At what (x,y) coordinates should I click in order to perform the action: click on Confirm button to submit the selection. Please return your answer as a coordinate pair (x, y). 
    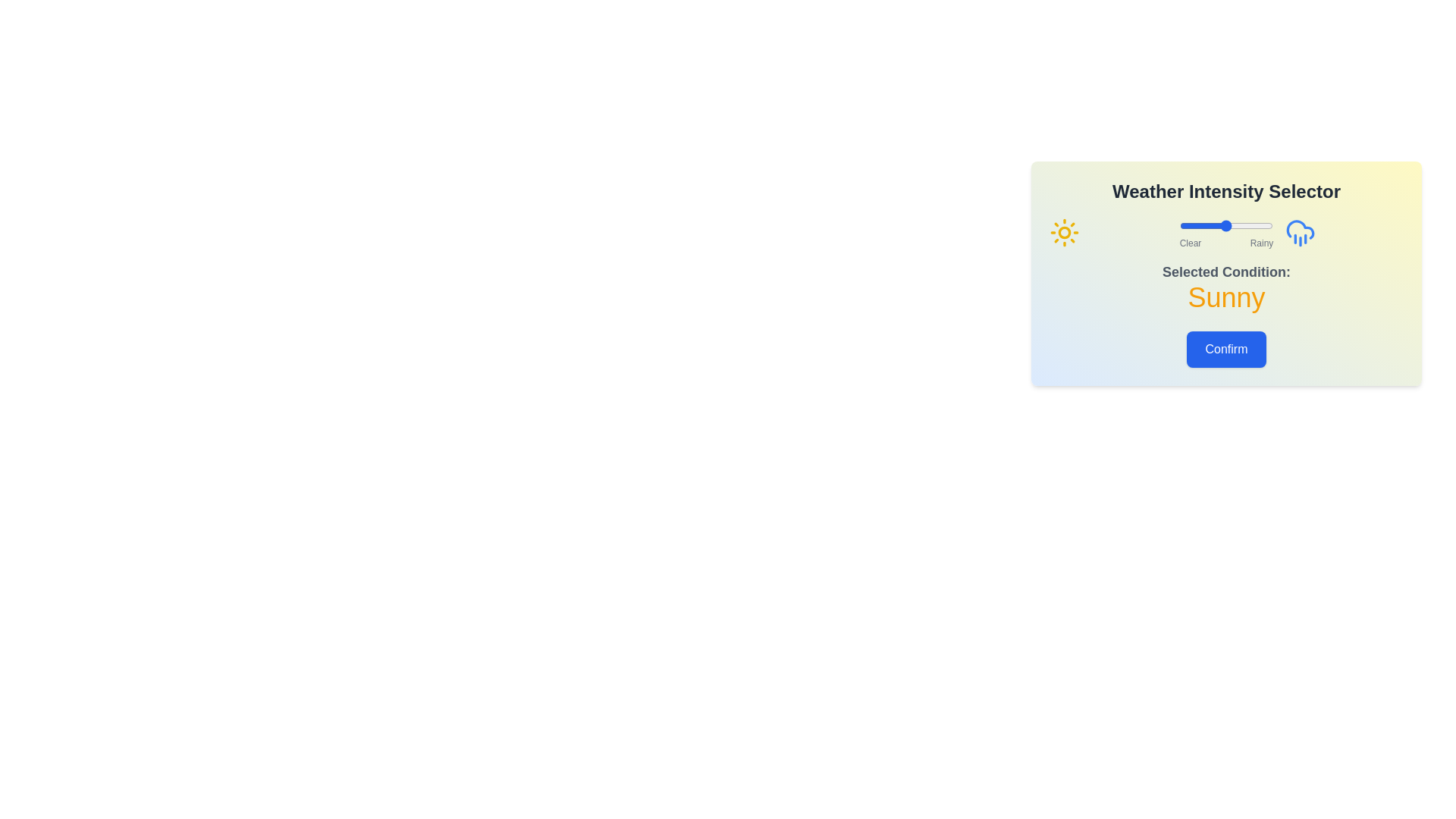
    Looking at the image, I should click on (1226, 350).